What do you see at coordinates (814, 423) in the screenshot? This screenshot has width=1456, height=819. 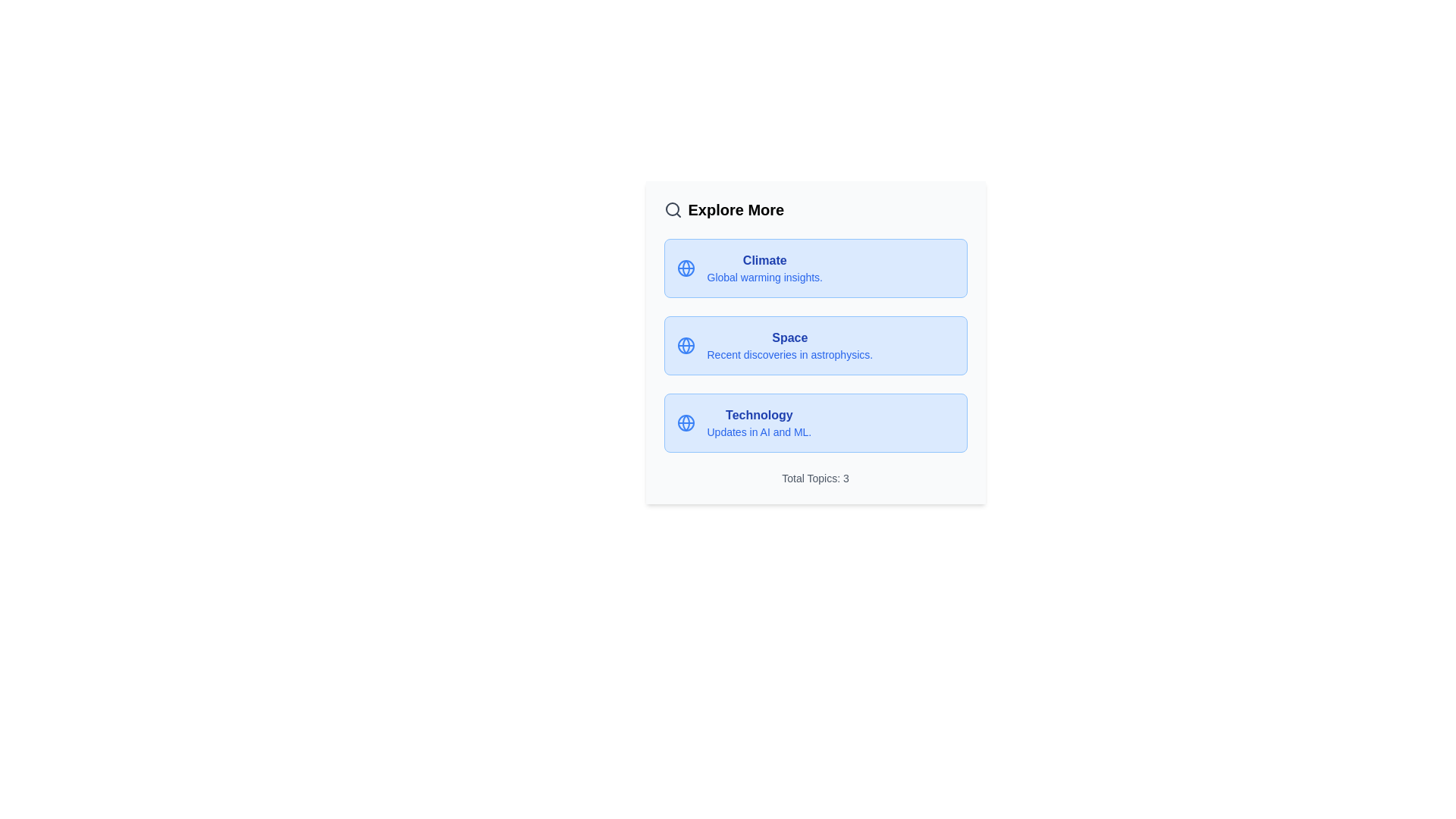 I see `the 'Technology' chip to explore its details` at bounding box center [814, 423].